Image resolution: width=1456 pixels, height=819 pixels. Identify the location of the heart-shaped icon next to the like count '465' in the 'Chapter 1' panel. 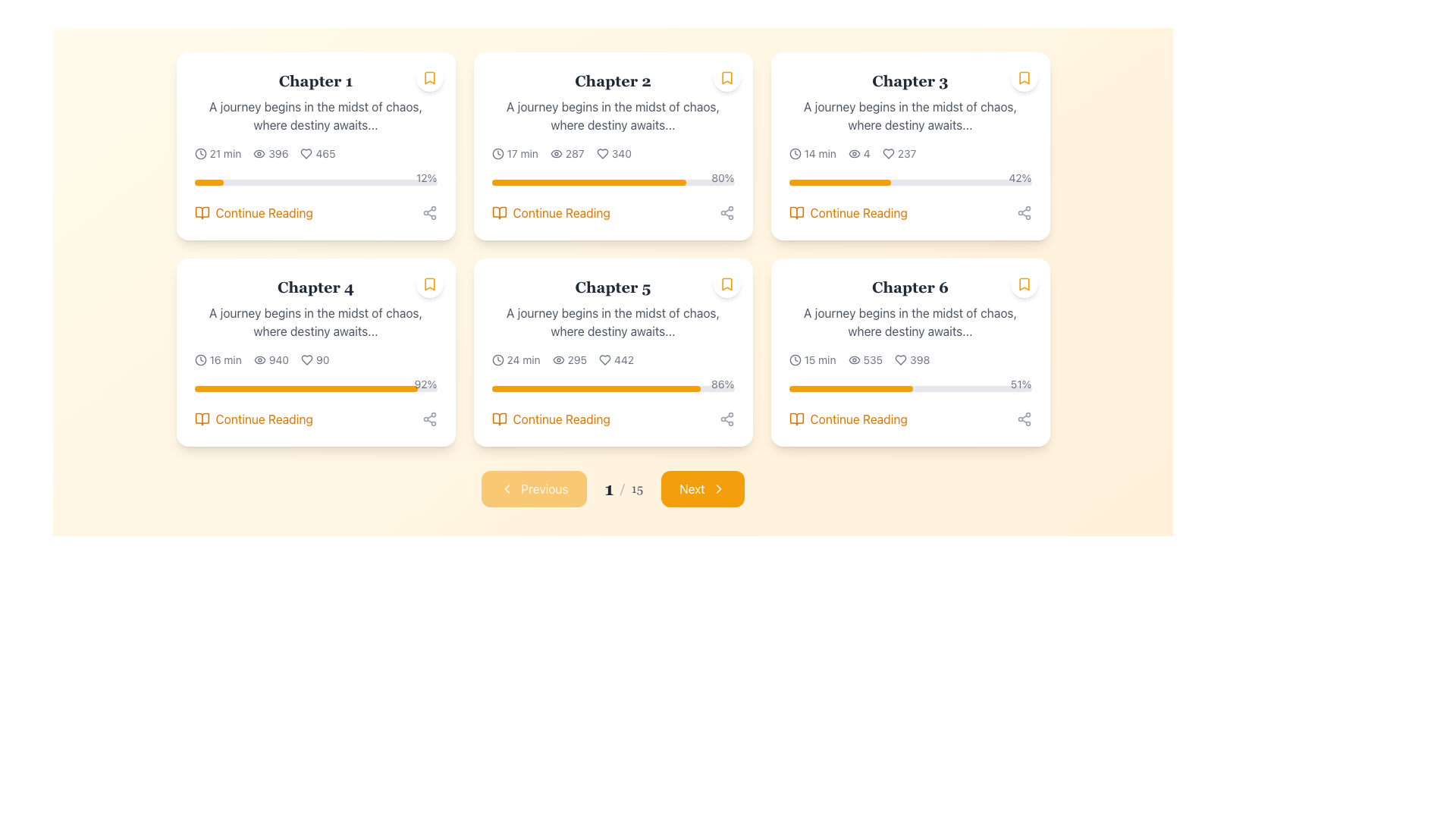
(306, 154).